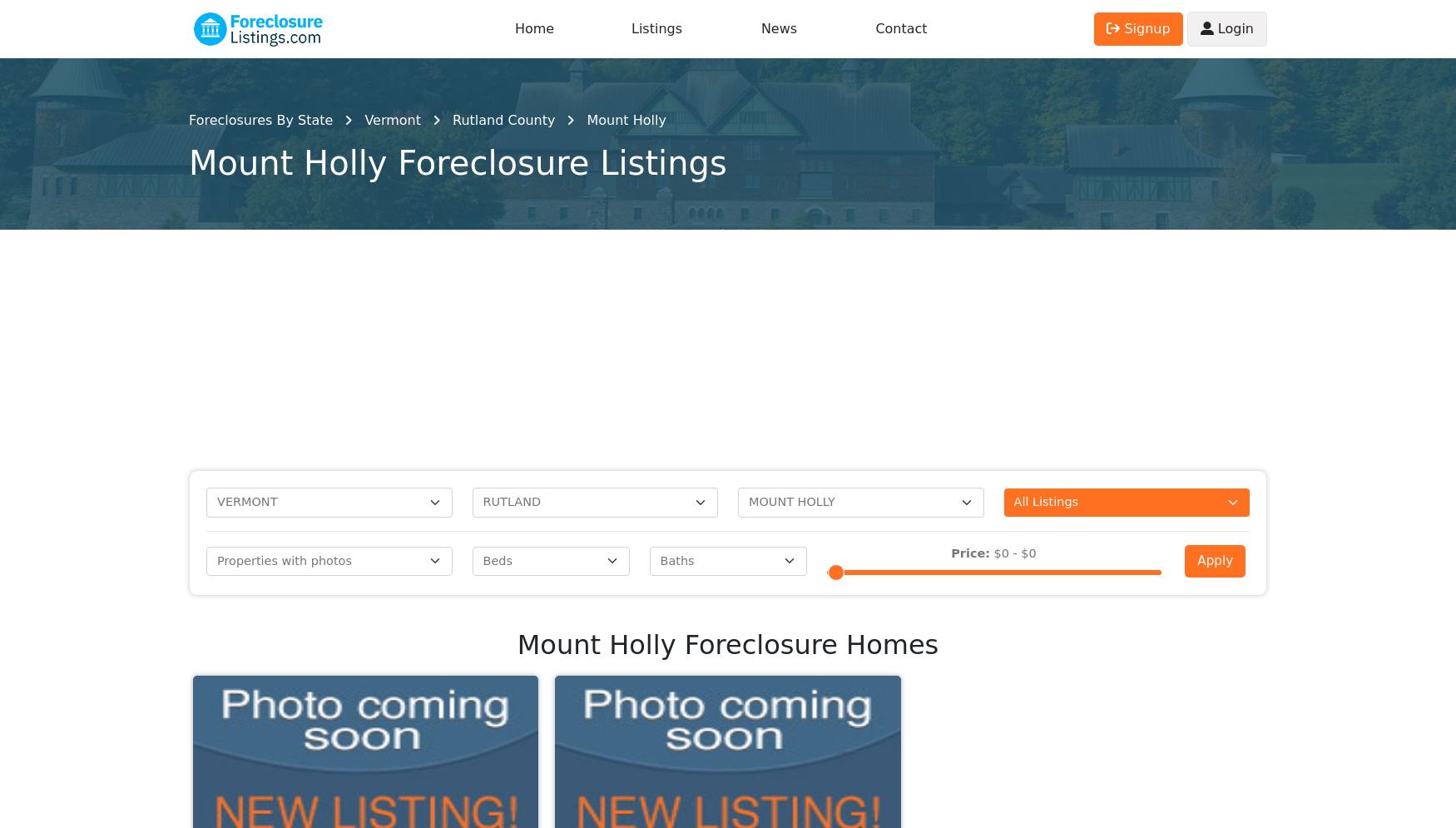 Image resolution: width=1456 pixels, height=828 pixels. Describe the element at coordinates (676, 716) in the screenshot. I see `'Mount Holly Vermont Real Estate foreclosure statistics:'` at that location.